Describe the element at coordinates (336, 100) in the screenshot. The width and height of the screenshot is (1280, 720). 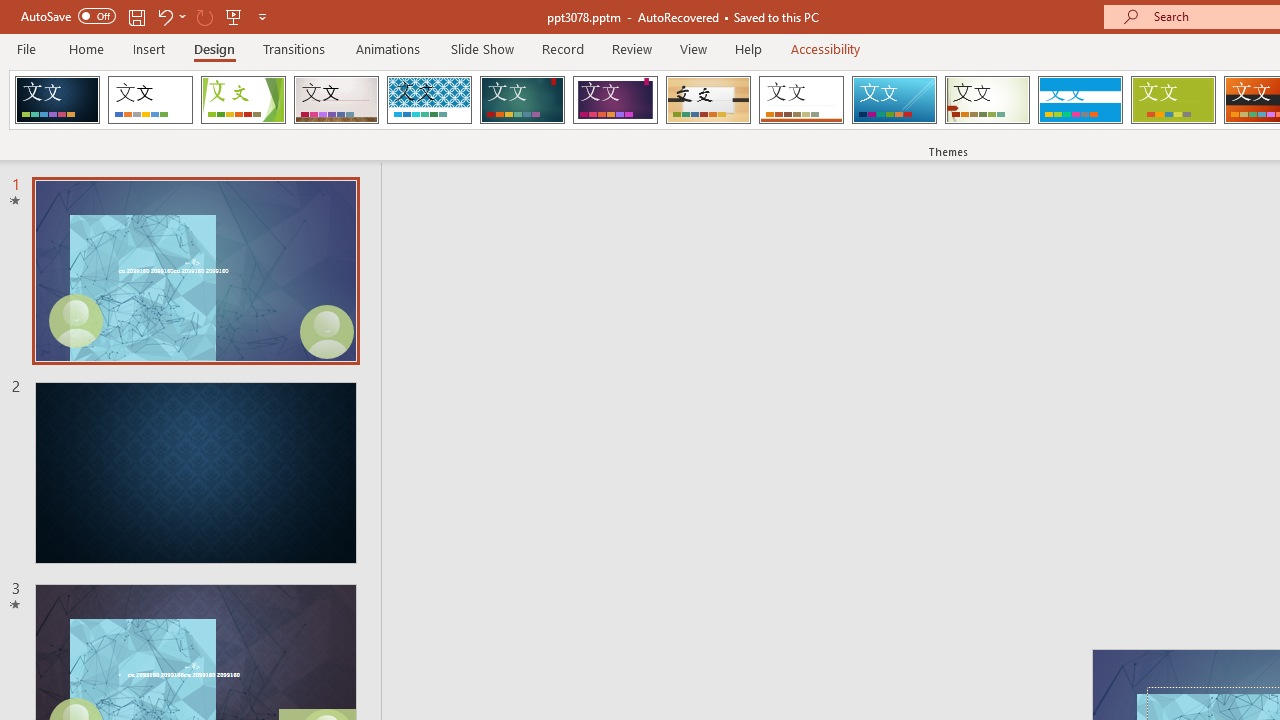
I see `'Gallery'` at that location.